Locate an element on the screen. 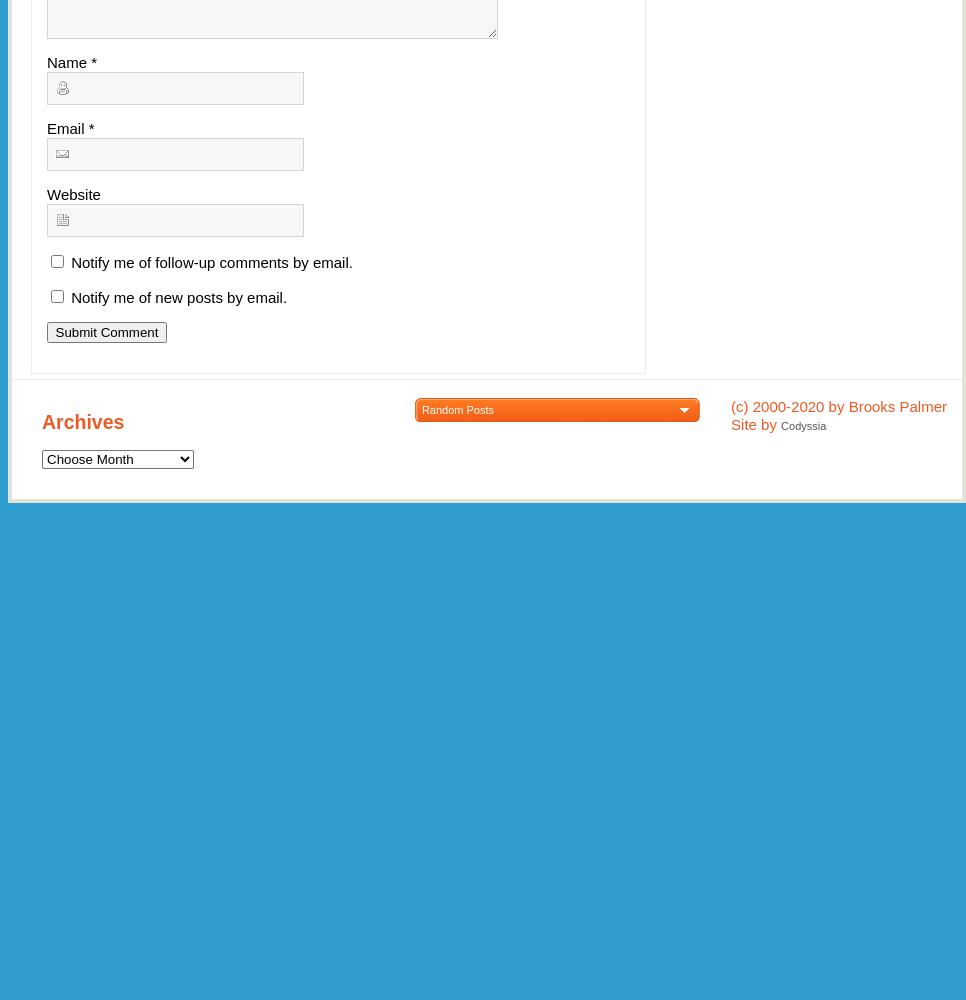 This screenshot has width=966, height=1000. 'Notify me of follow-up comments by email.' is located at coordinates (210, 262).